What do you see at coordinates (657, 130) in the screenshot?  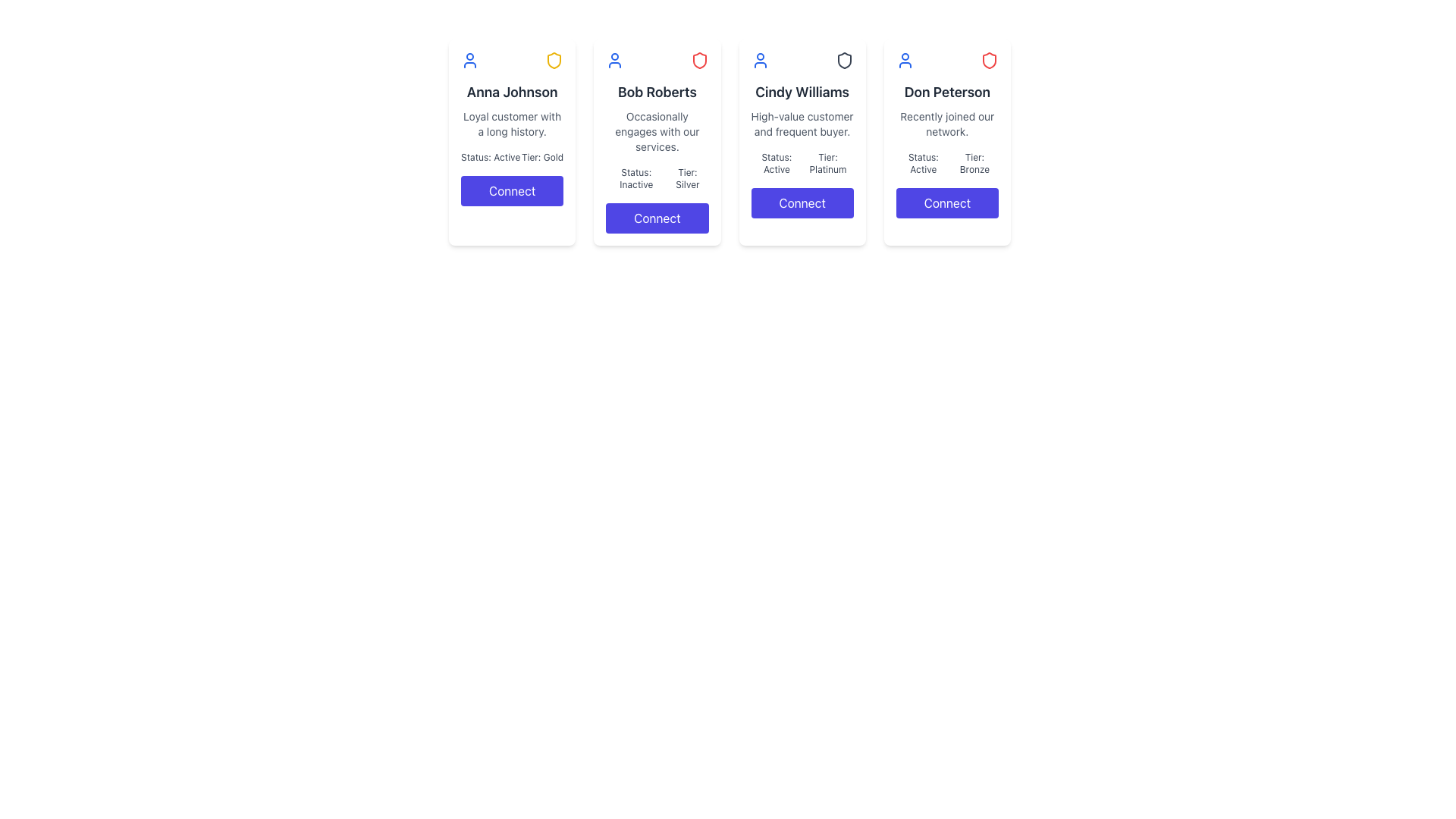 I see `the descriptive text content element associated with the user 'Bob Roberts', located below the header and above the status and tier information` at bounding box center [657, 130].